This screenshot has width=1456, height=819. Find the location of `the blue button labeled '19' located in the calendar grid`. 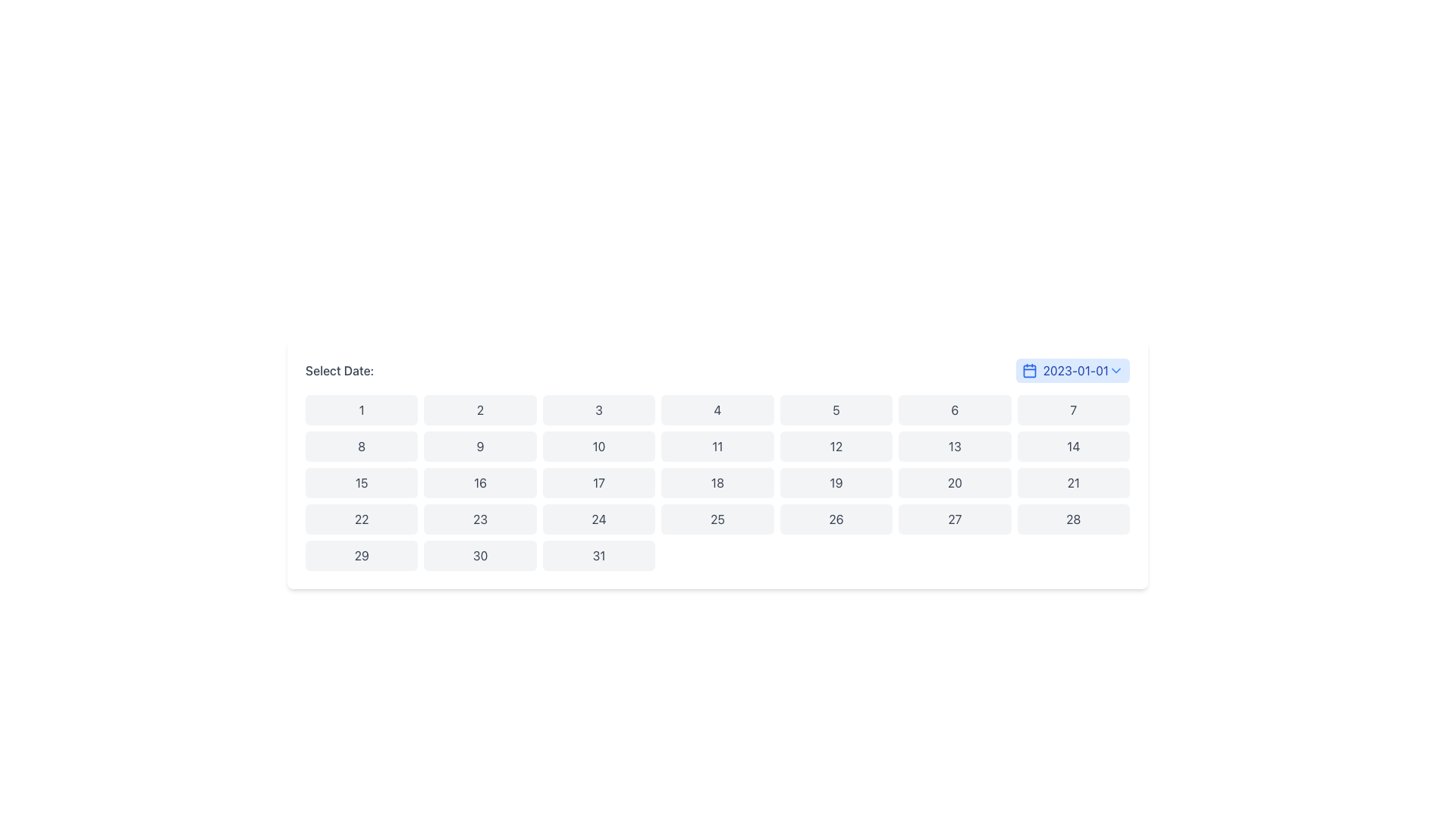

the blue button labeled '19' located in the calendar grid is located at coordinates (835, 482).